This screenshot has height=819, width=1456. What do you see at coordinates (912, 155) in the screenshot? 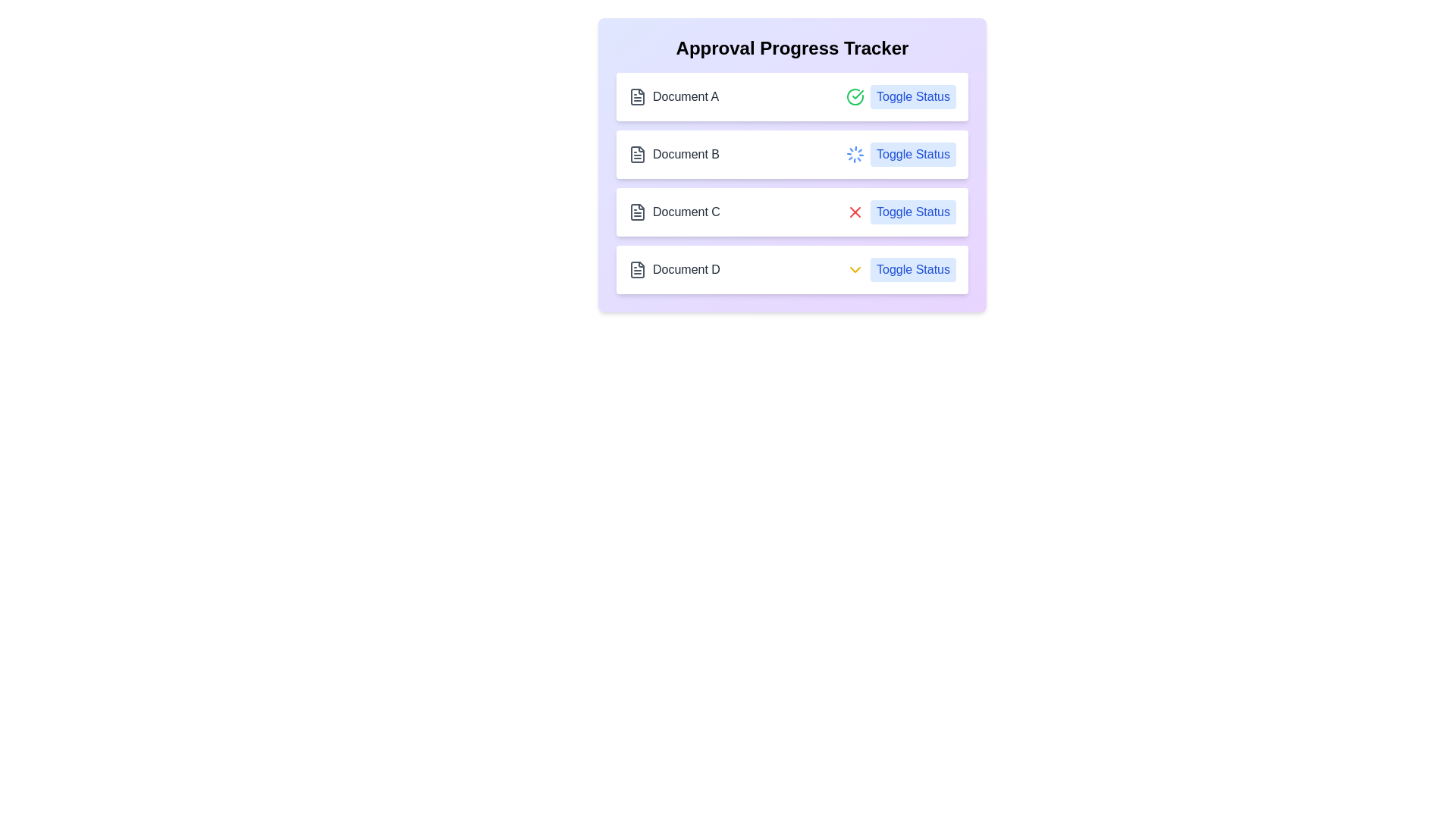
I see `the button located to the far right of the row for 'Document B' in the 'Approval Progress Tracker' interface` at bounding box center [912, 155].